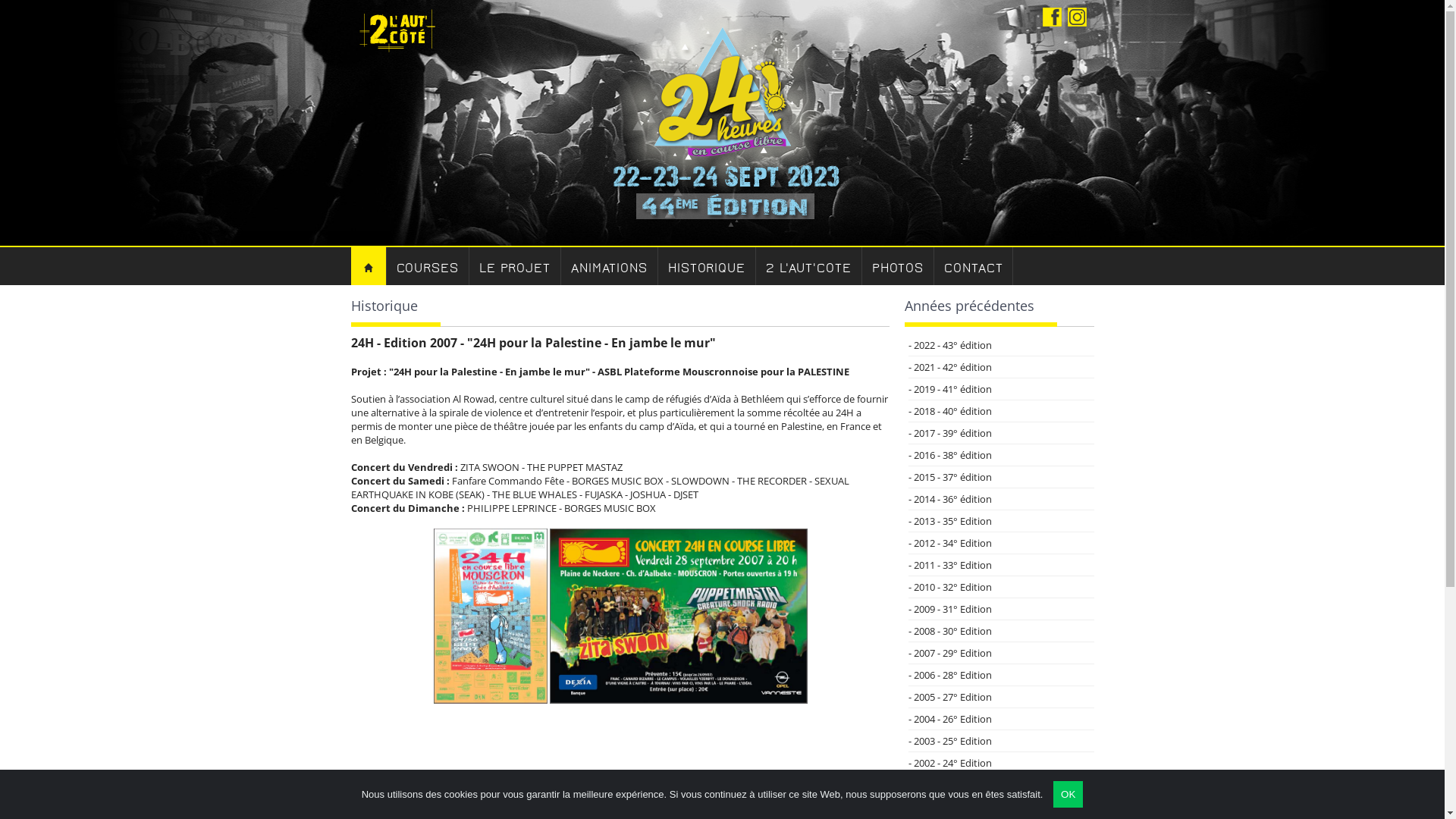 The width and height of the screenshot is (1456, 819). What do you see at coordinates (427, 265) in the screenshot?
I see `'COURSES'` at bounding box center [427, 265].